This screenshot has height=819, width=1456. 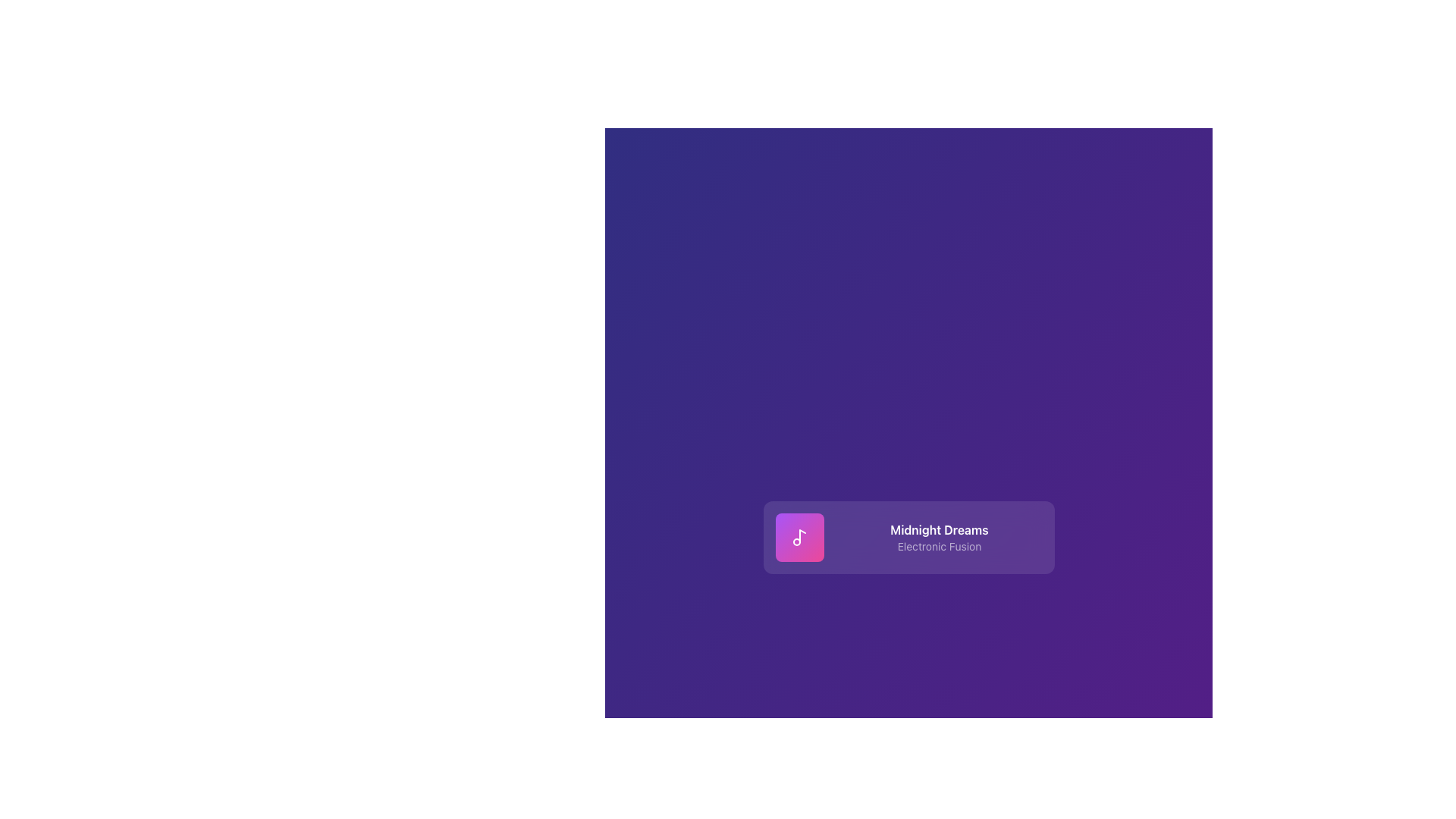 I want to click on the text label displaying 'Electronic Fusion', which is positioned beneath 'Midnight Dreams' in a rounded rectangular card interface, so click(x=938, y=547).